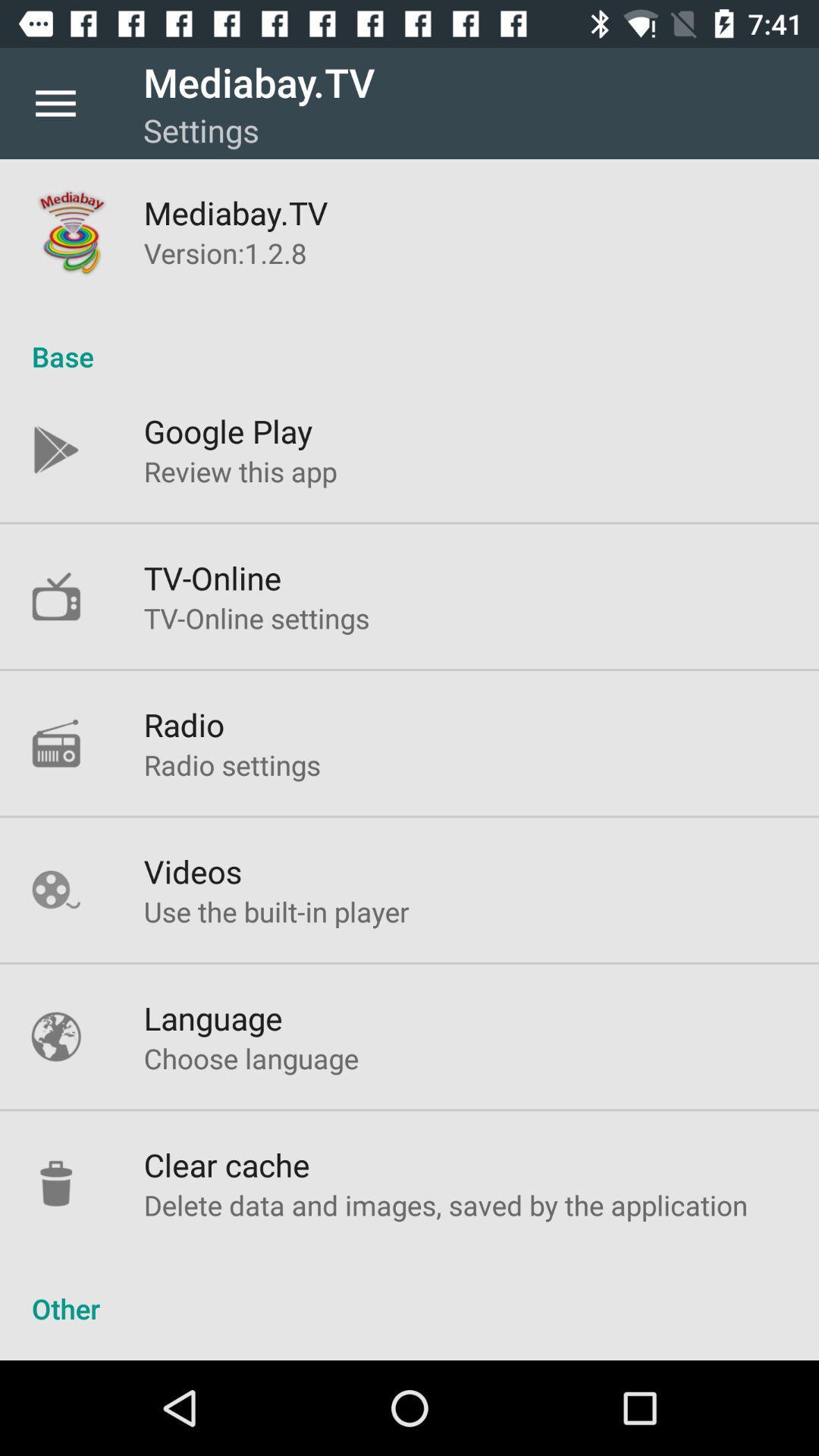 The image size is (819, 1456). Describe the element at coordinates (192, 871) in the screenshot. I see `item below radio settings item` at that location.